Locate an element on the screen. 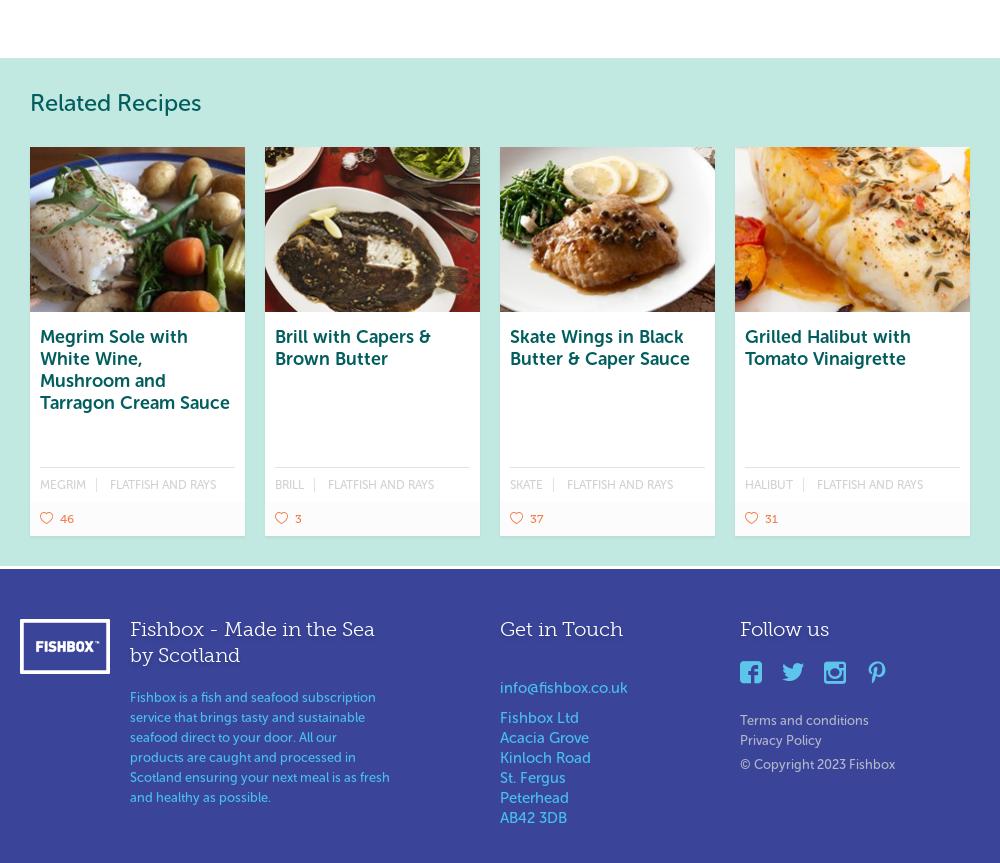 The width and height of the screenshot is (1000, 863). 'Skate Wings in Black Butter & Caper Sauce' is located at coordinates (599, 347).